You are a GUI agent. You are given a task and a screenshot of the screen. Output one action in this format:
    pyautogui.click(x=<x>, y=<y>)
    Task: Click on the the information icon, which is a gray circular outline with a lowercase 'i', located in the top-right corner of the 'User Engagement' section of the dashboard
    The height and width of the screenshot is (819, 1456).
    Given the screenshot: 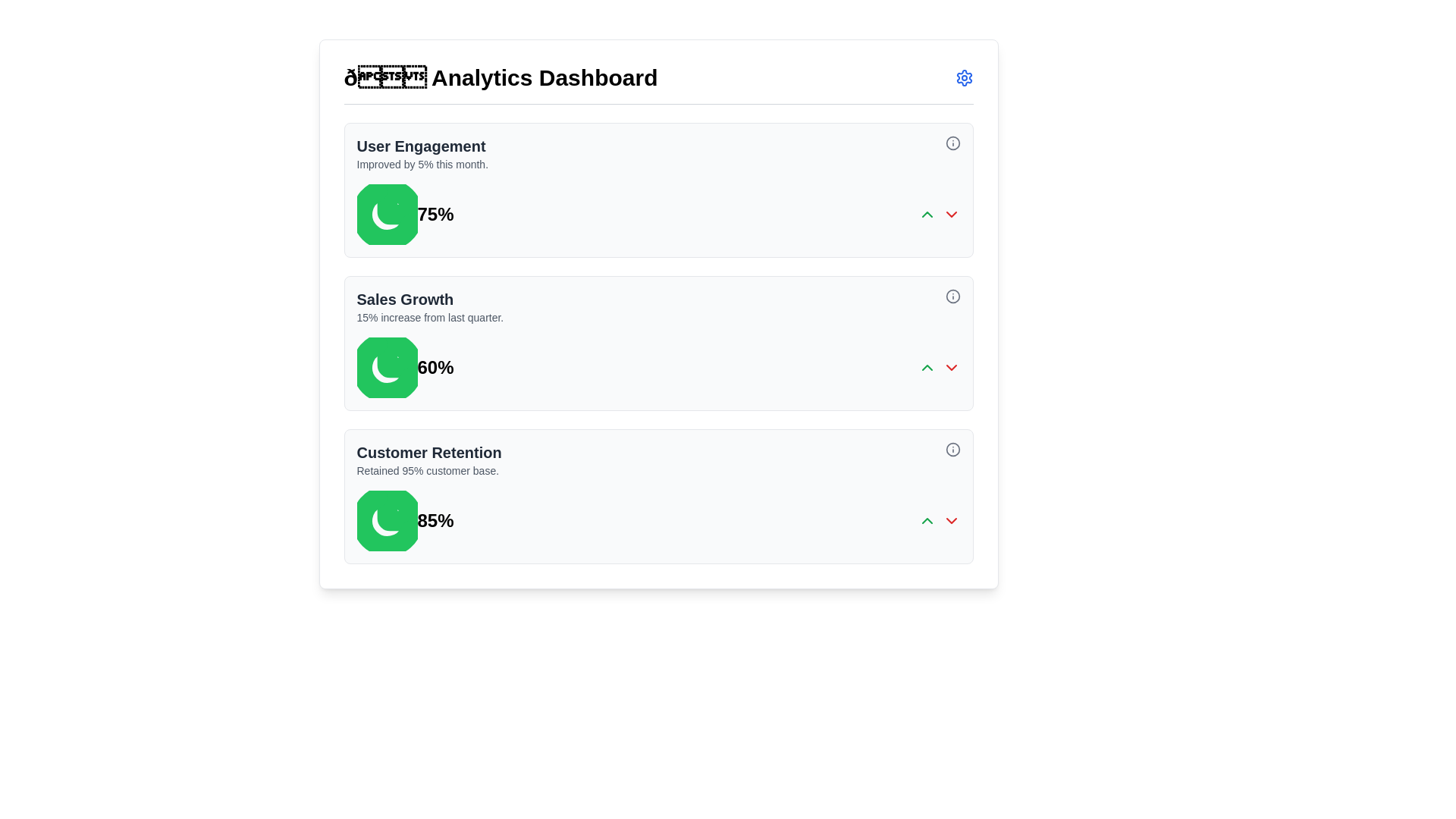 What is the action you would take?
    pyautogui.click(x=952, y=143)
    